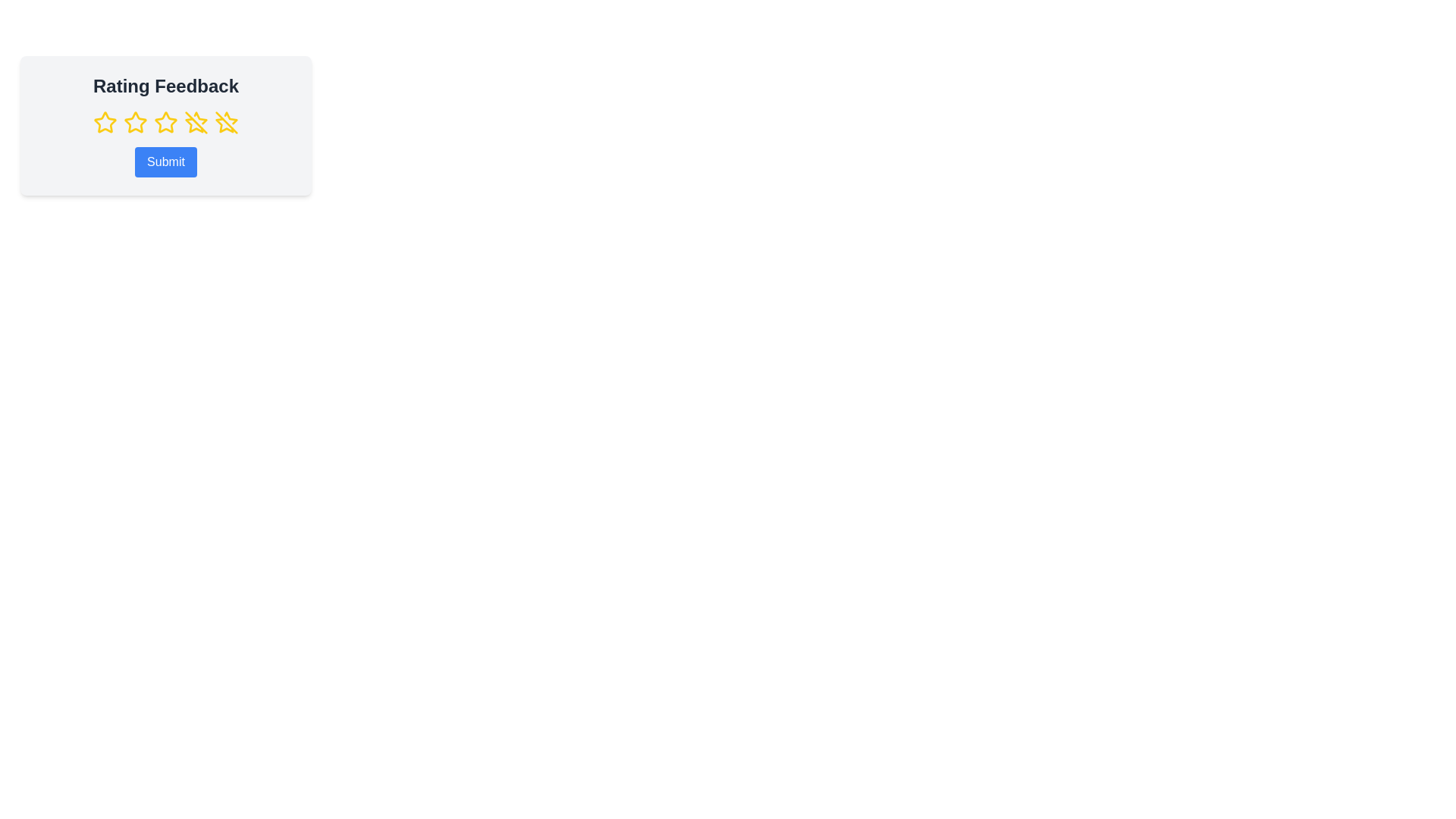  What do you see at coordinates (135, 122) in the screenshot?
I see `the second star button indicating a rating of two stars, positioned below 'Rating Feedback'` at bounding box center [135, 122].